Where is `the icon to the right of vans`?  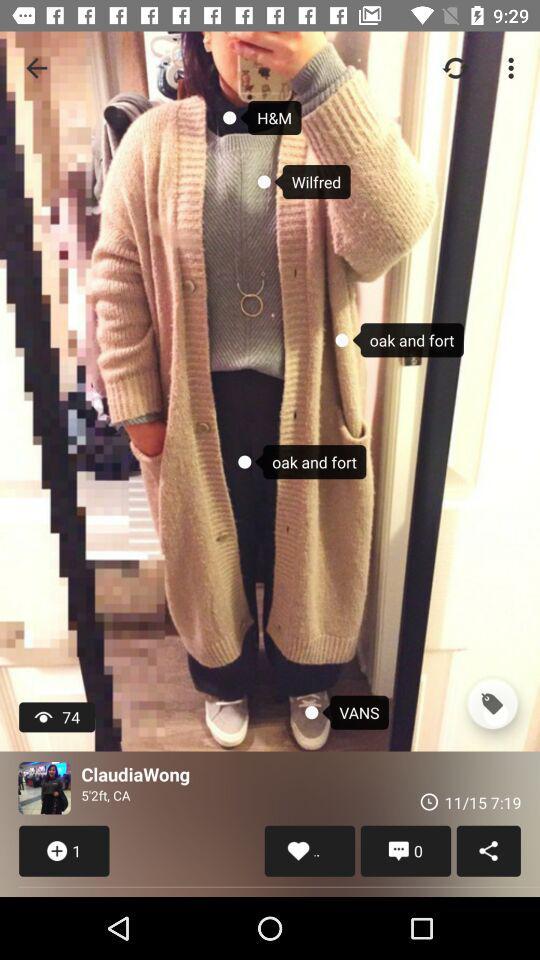 the icon to the right of vans is located at coordinates (491, 704).